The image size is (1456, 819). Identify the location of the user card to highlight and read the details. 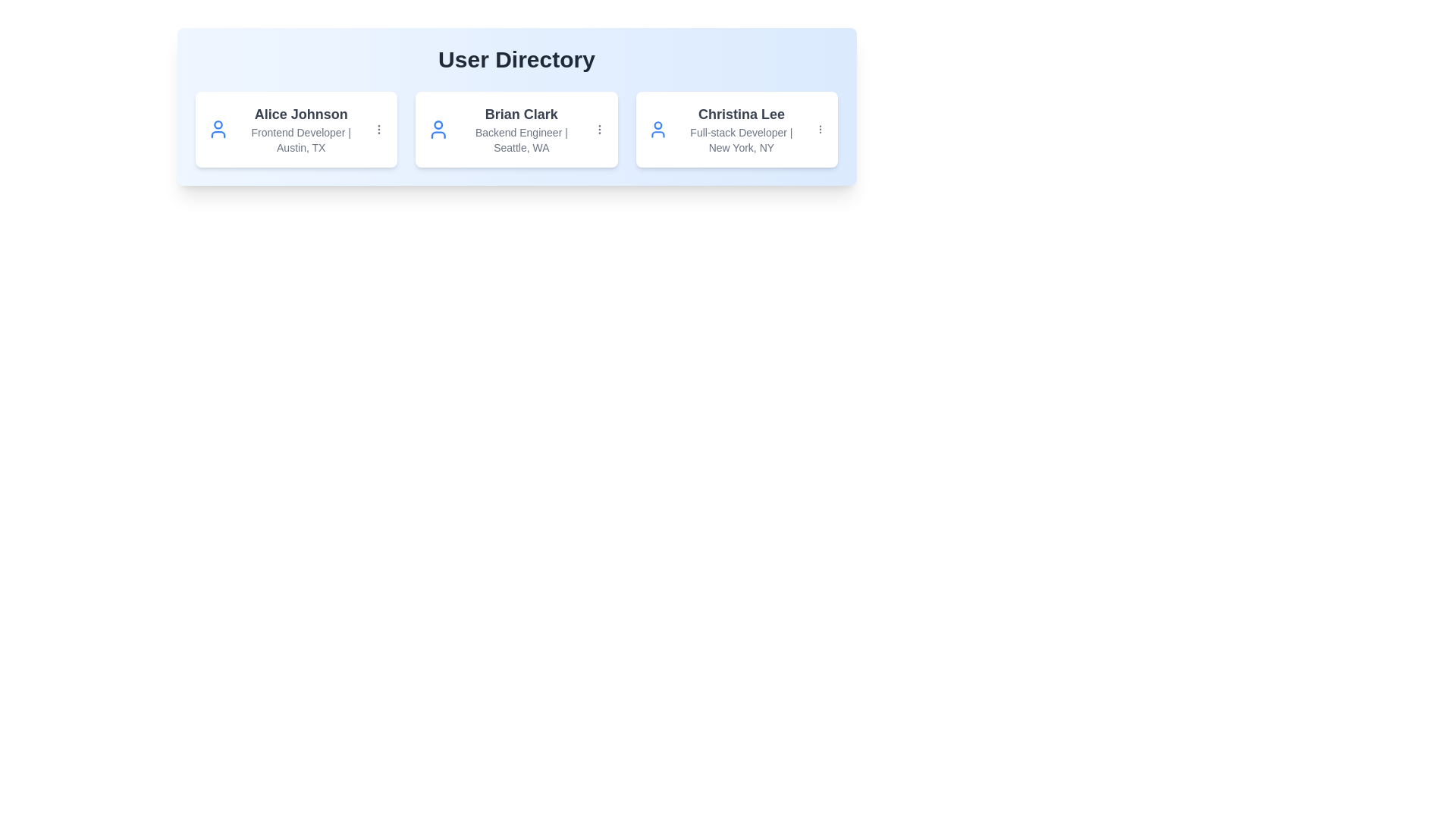
(295, 128).